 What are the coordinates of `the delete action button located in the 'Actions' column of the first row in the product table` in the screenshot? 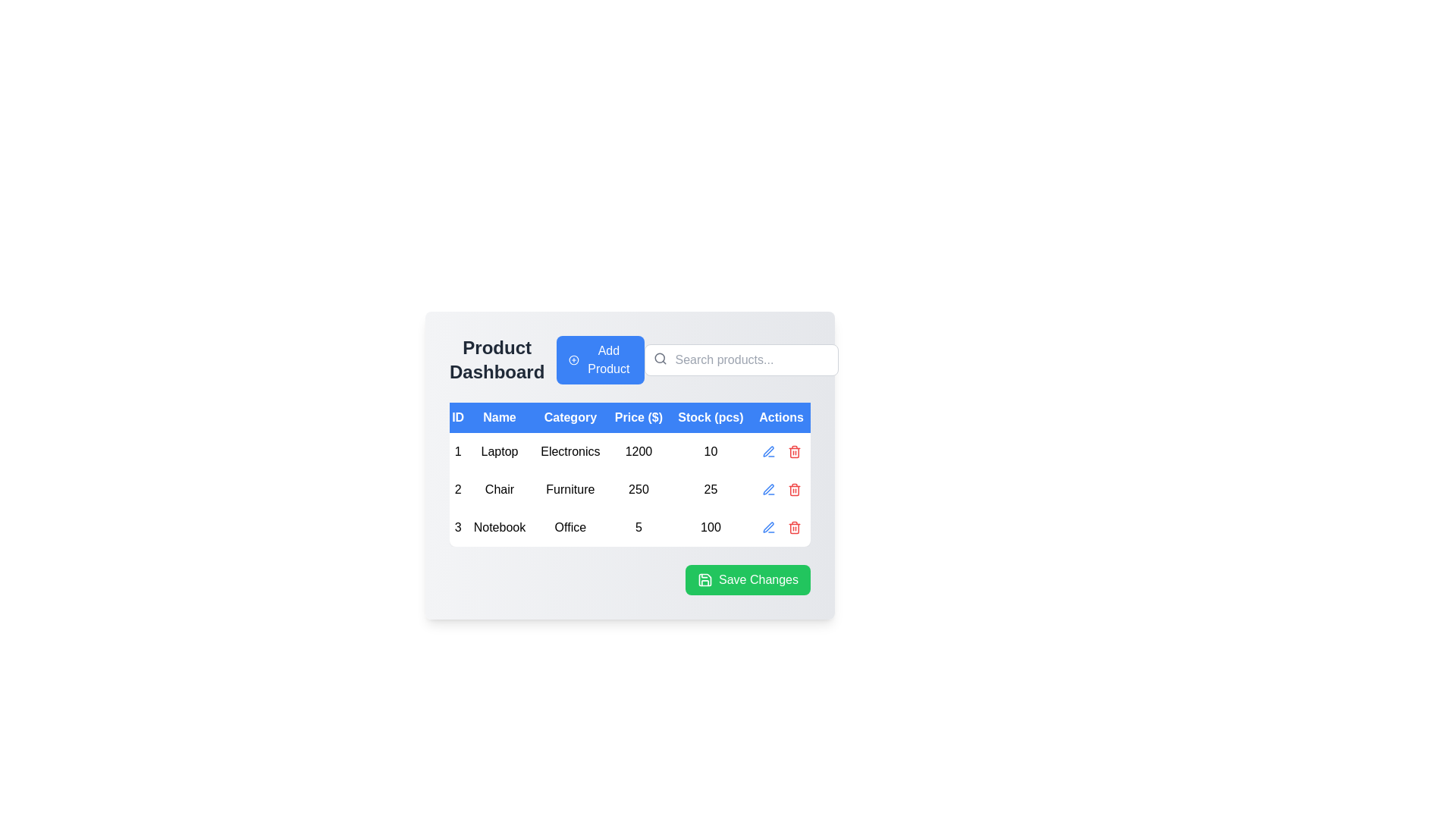 It's located at (793, 451).